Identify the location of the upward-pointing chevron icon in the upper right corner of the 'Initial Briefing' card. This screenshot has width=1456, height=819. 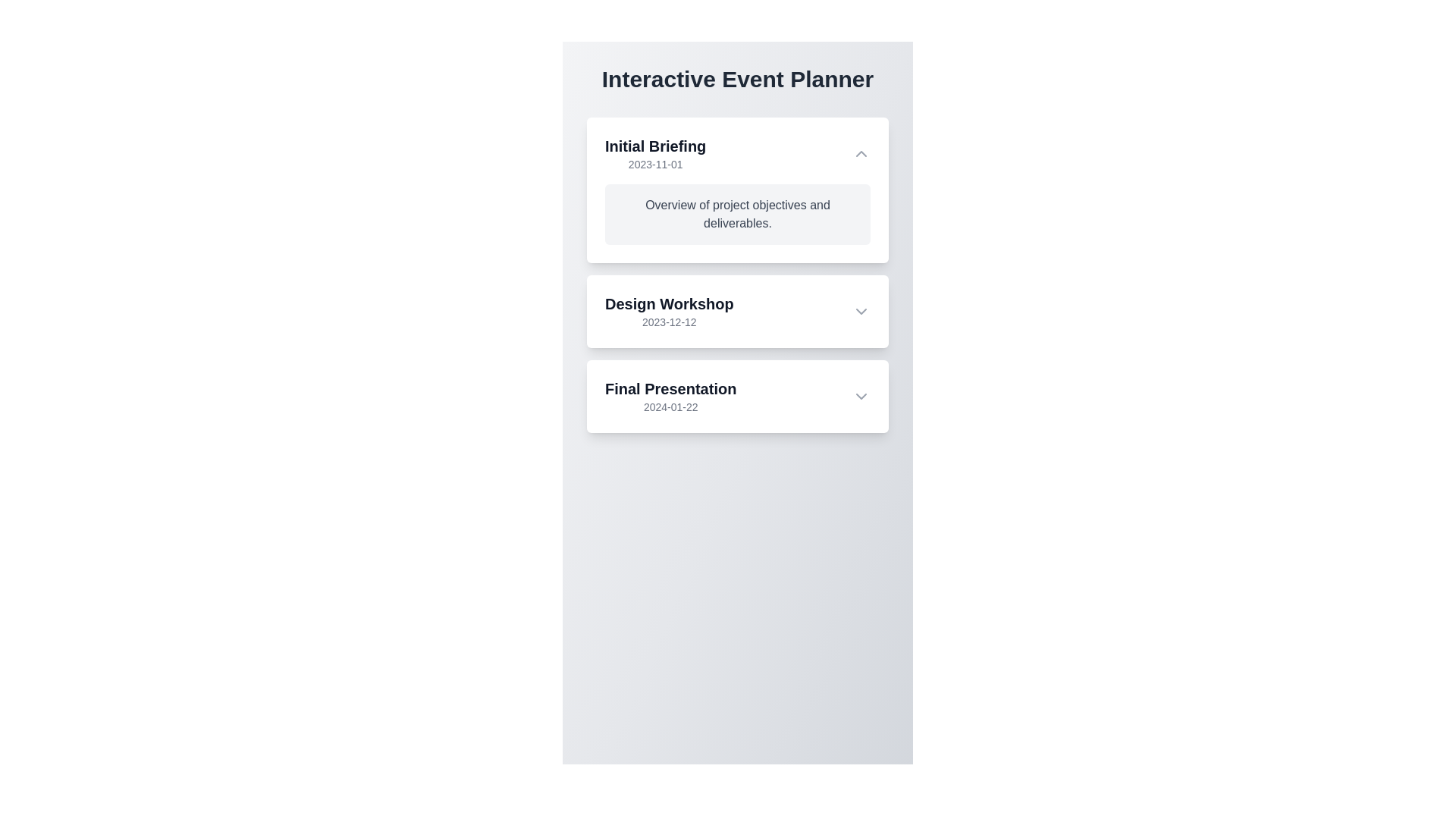
(861, 154).